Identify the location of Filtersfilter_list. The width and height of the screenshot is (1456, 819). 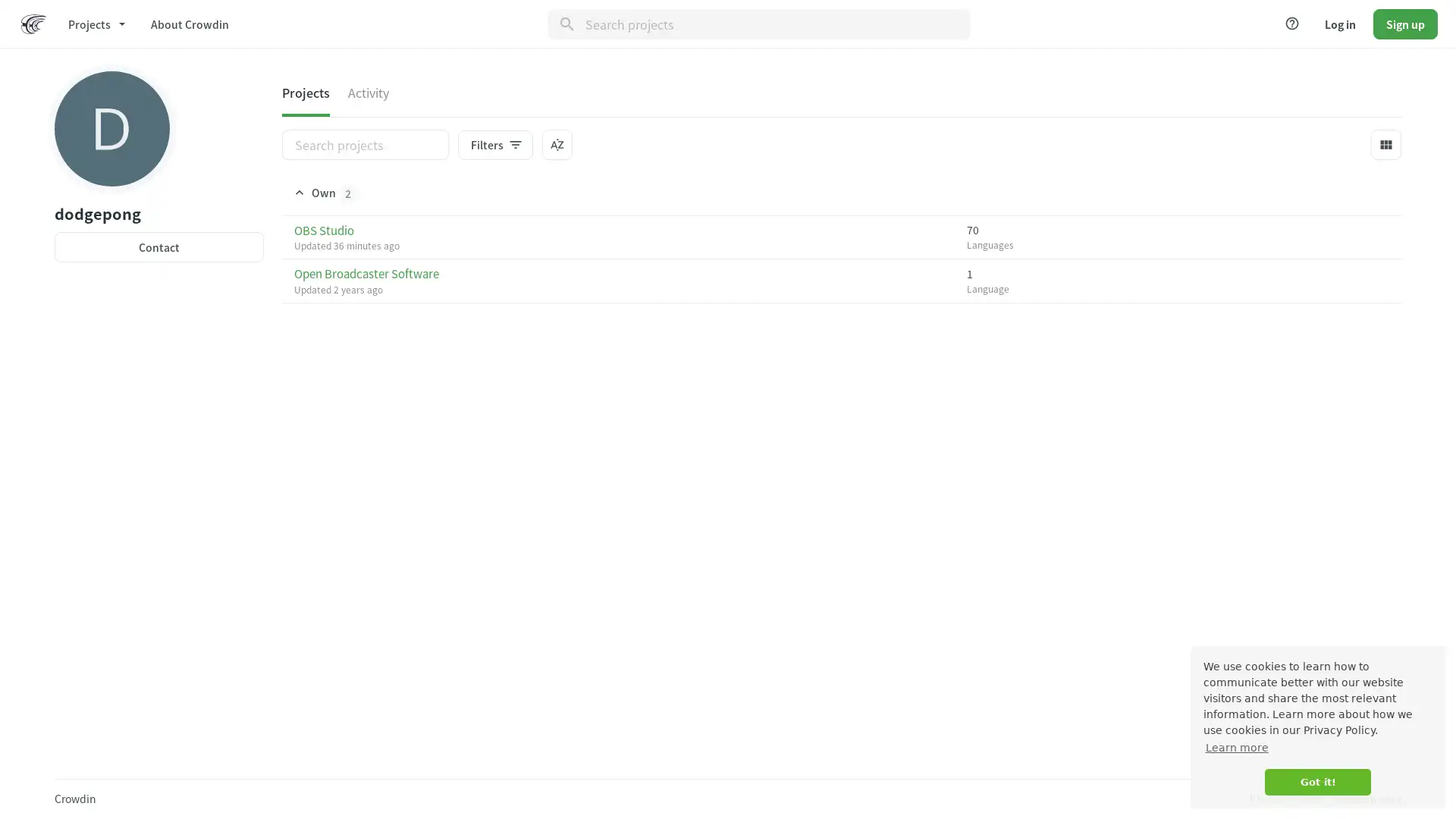
(494, 144).